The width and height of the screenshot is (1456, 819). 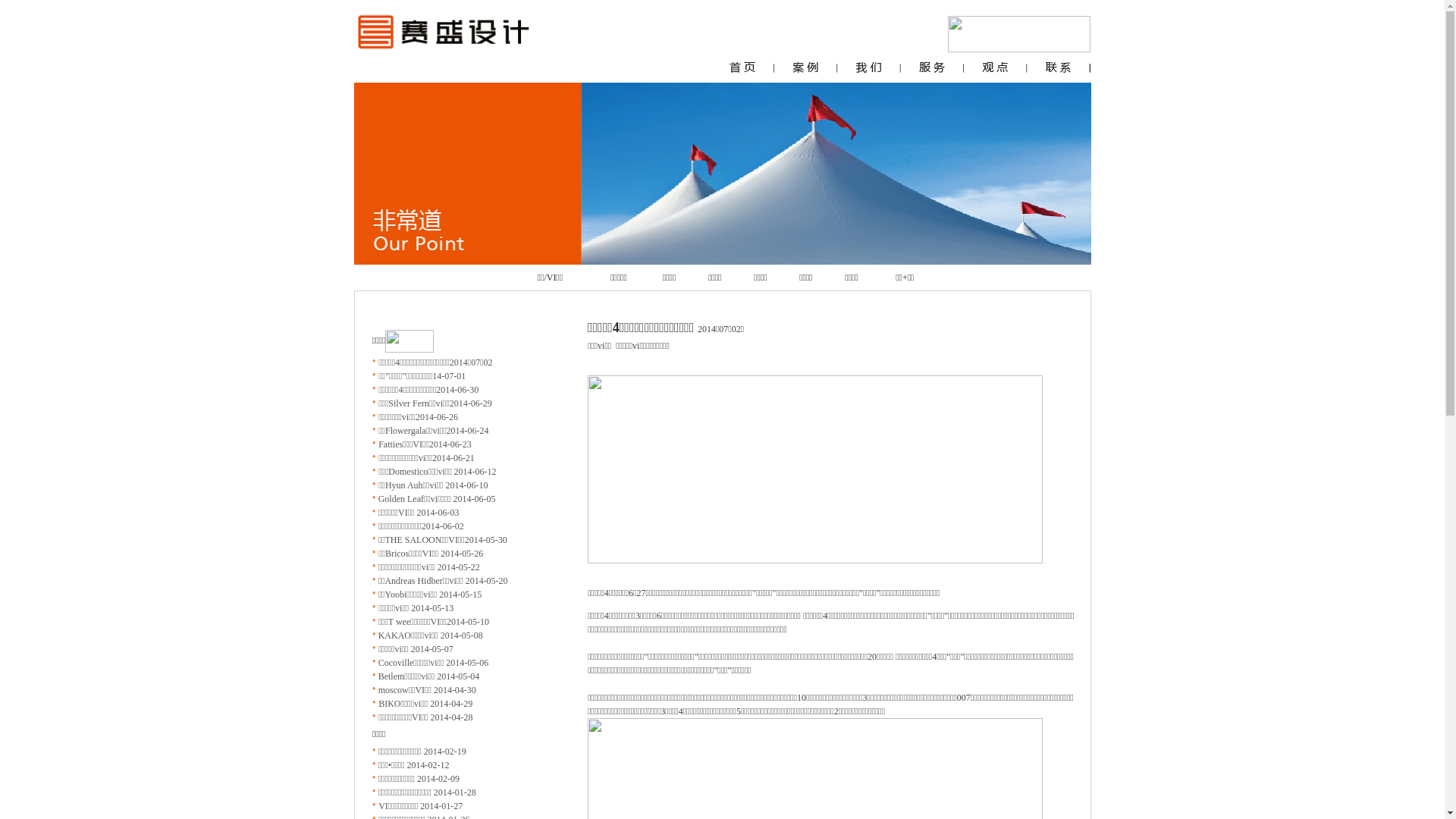 What do you see at coordinates (465, 662) in the screenshot?
I see `'2014-05-06'` at bounding box center [465, 662].